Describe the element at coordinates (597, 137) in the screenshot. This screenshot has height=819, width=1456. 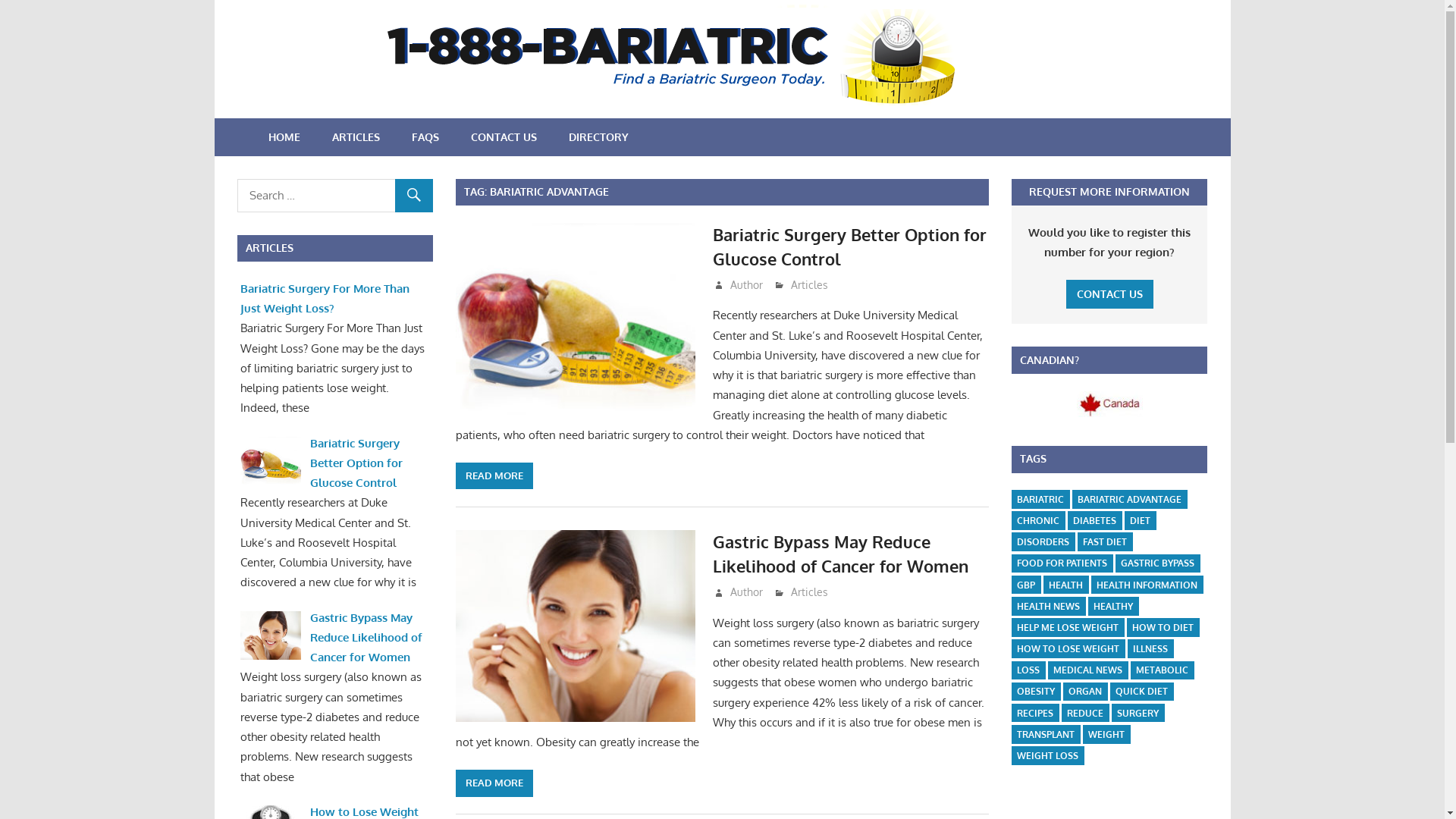
I see `'DIRECTORY'` at that location.